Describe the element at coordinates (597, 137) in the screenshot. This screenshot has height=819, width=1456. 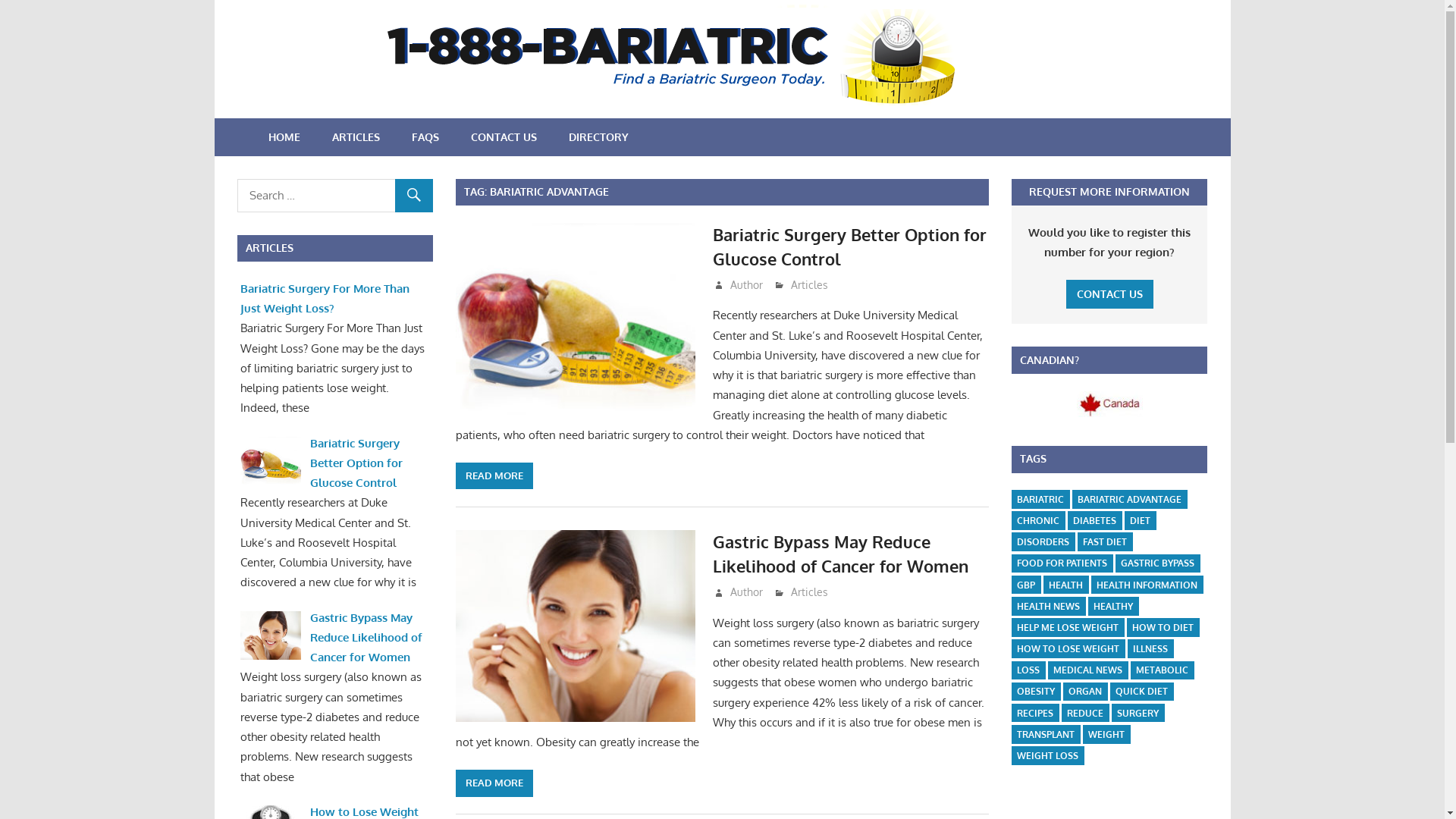
I see `'DIRECTORY'` at that location.